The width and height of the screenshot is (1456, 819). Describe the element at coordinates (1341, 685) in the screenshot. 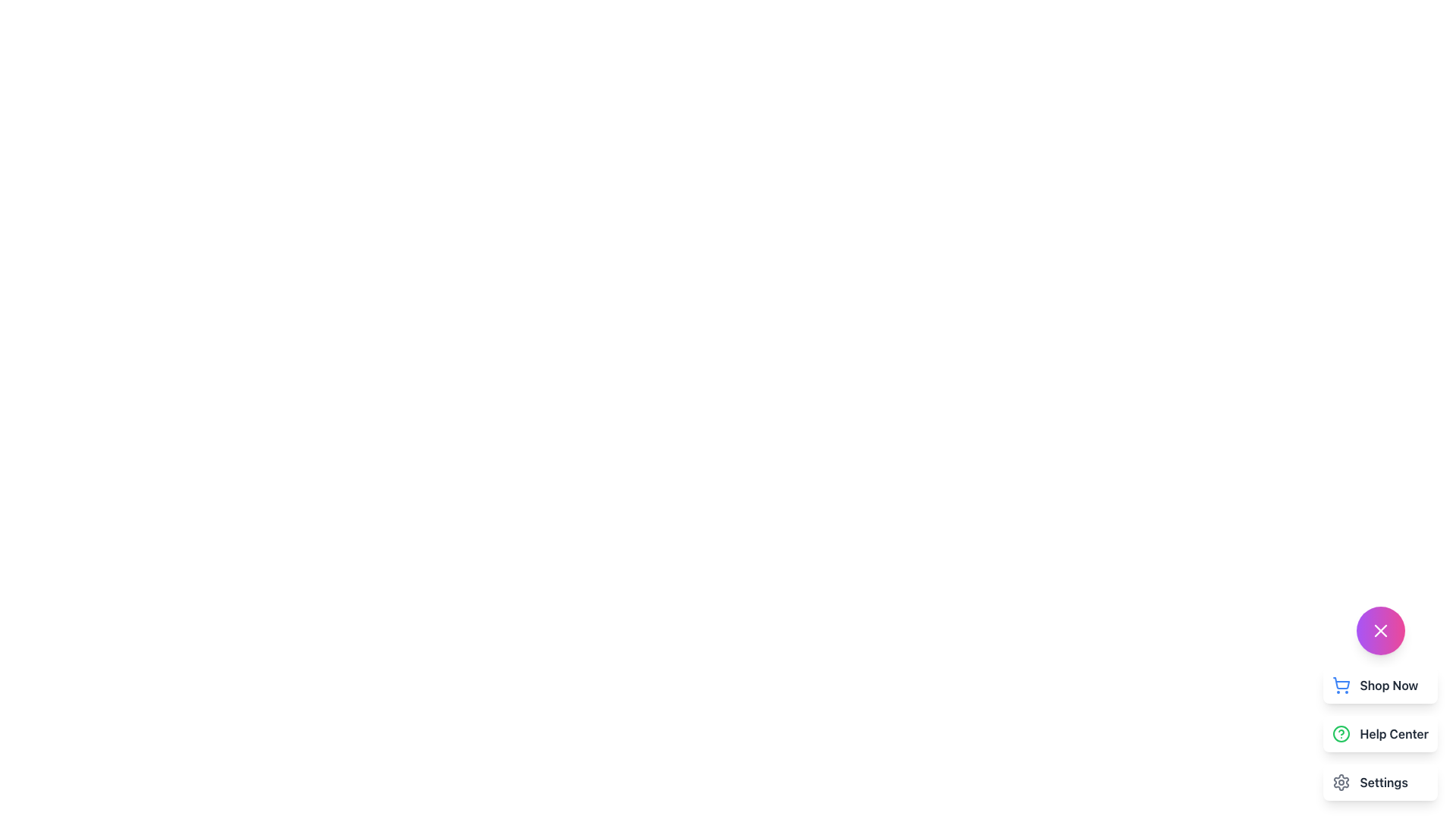

I see `the shopping cart icon located within the 'Shop Now' button to signify a shopping-related action` at that location.